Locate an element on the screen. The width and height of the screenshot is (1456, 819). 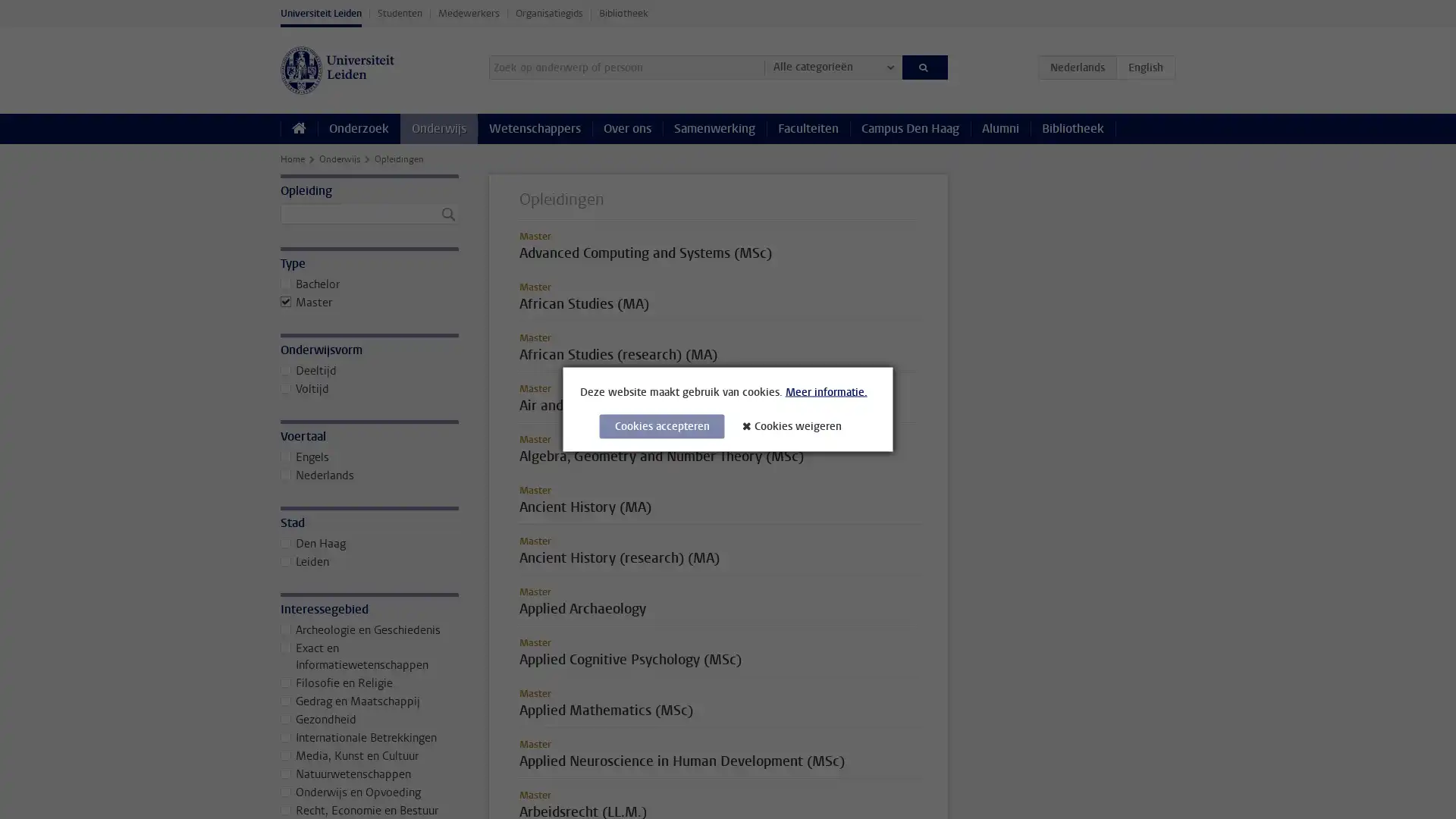
Alle categorieen is located at coordinates (832, 66).